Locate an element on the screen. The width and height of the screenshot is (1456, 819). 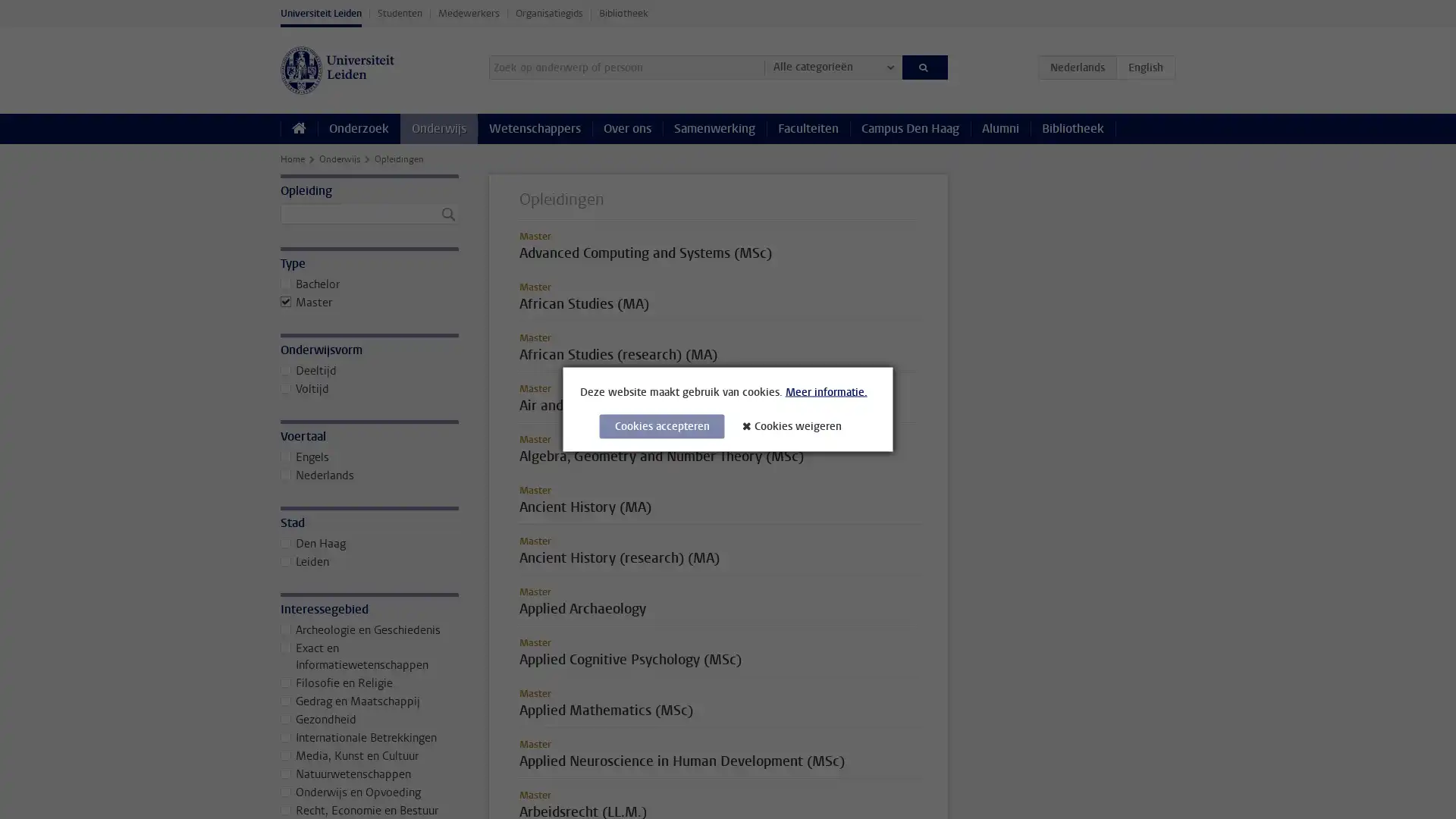
Alle categorieen is located at coordinates (832, 66).